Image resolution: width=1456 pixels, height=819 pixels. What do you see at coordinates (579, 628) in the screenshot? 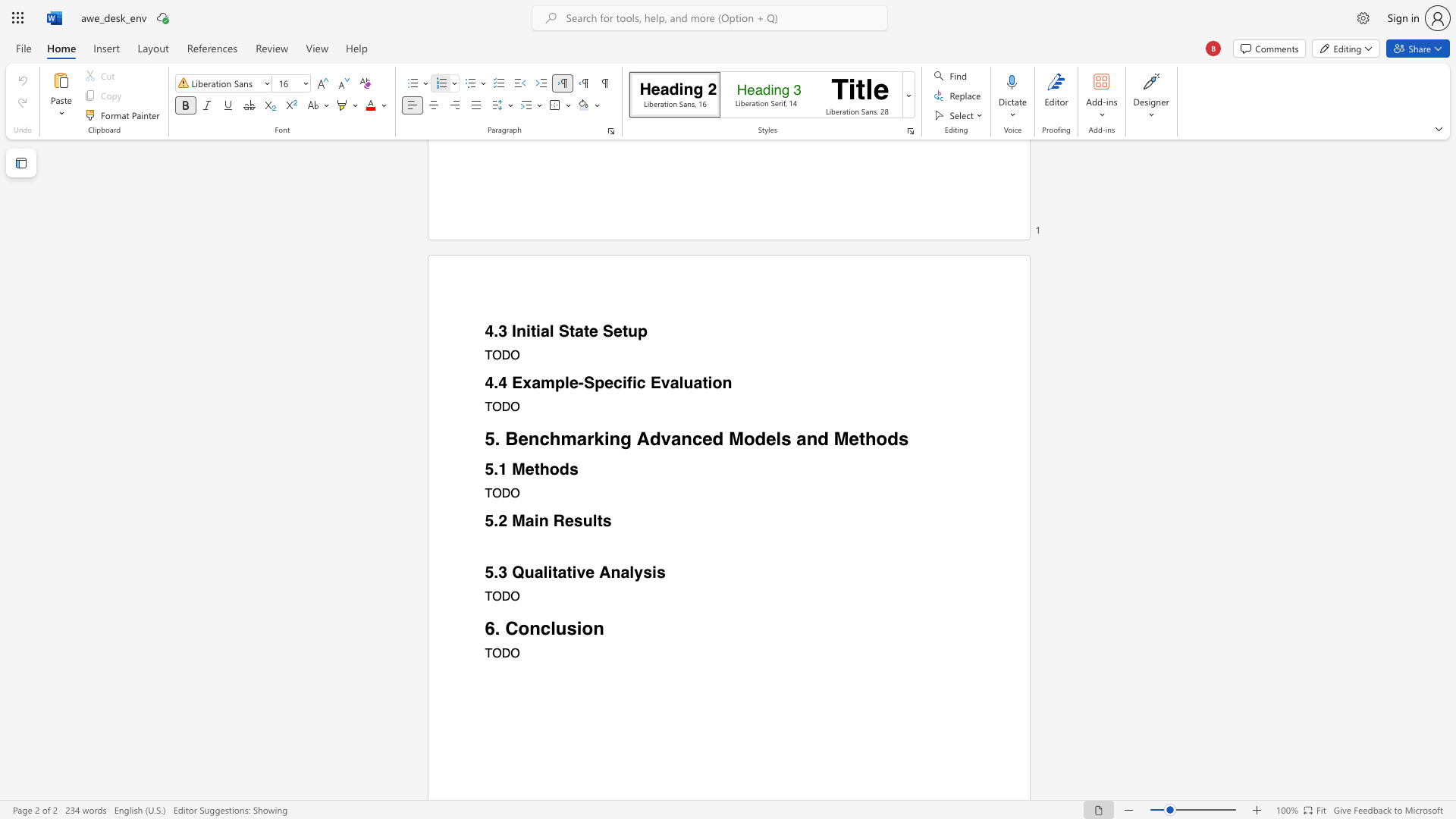
I see `the 1th character "i" in the text` at bounding box center [579, 628].